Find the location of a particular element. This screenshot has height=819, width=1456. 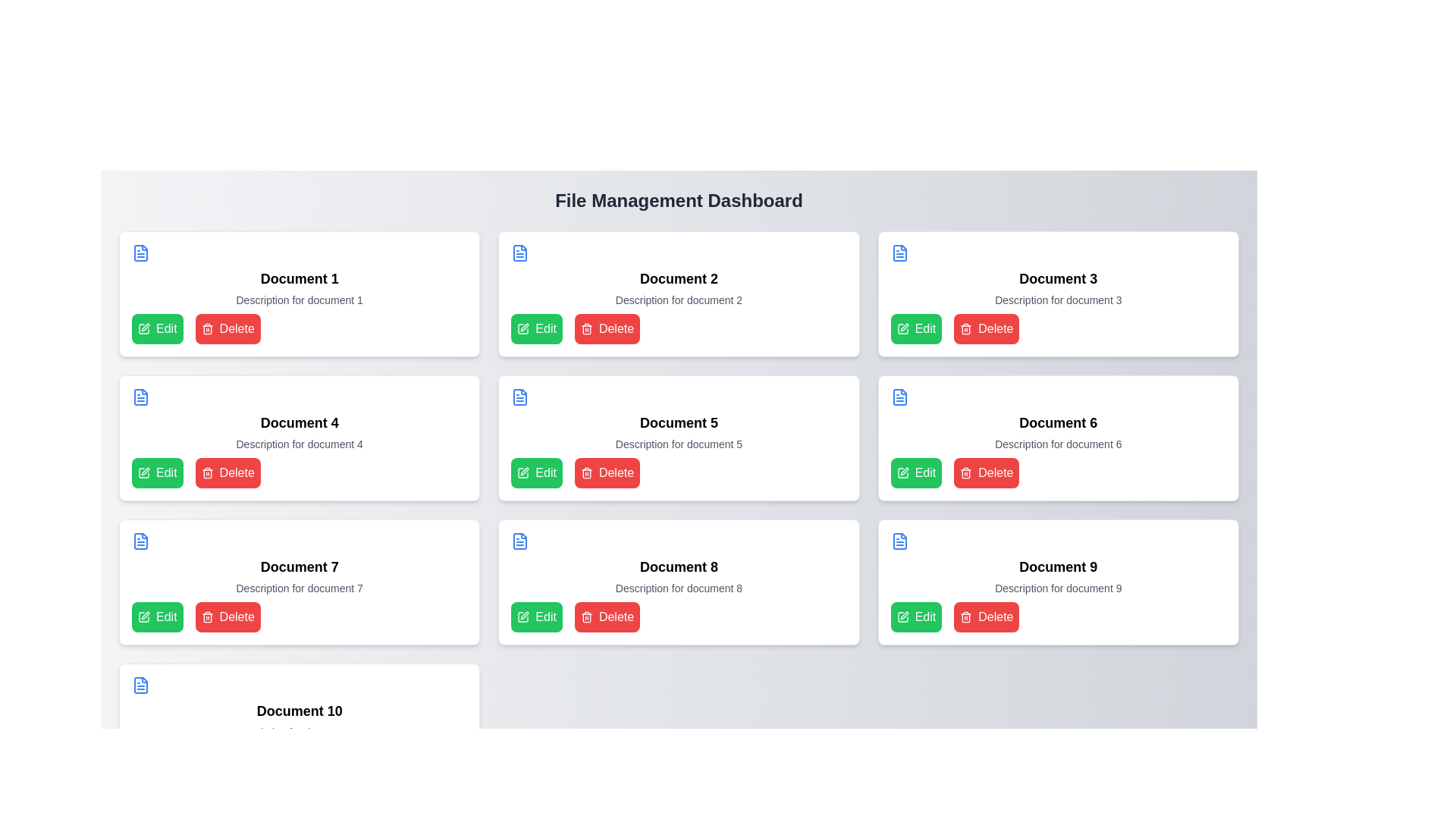

the text label displaying 'Description for document 9' located below the title 'Document 9' in the ninth card of the grid layout is located at coordinates (1057, 587).